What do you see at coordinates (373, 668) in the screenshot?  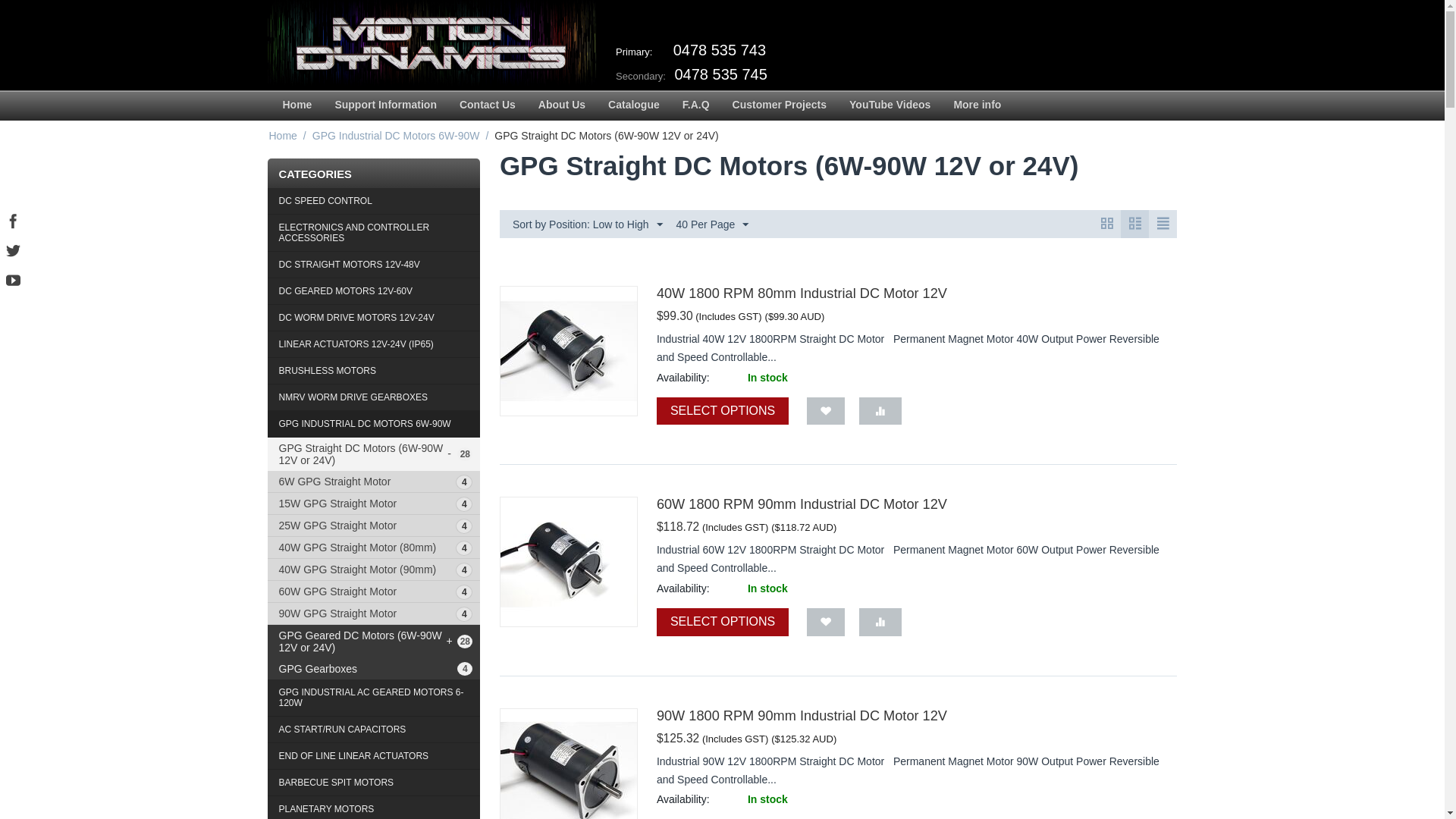 I see `'GPG Gearboxes` at bounding box center [373, 668].